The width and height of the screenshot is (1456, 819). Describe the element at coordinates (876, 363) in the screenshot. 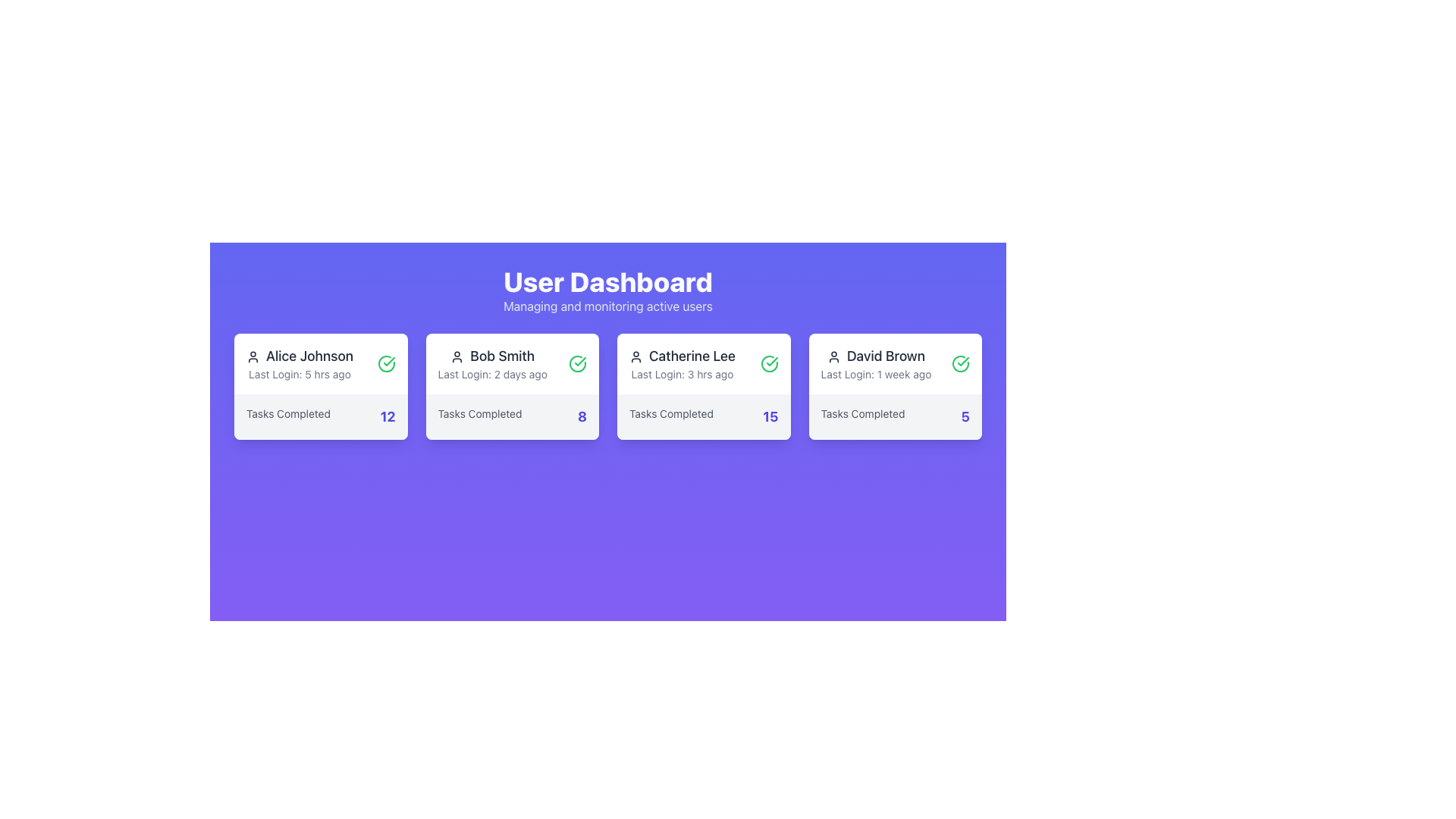

I see `user name and last login information displayed in the fourth user card on the dashboard, located at the upper part of the card, below the profile icon` at that location.